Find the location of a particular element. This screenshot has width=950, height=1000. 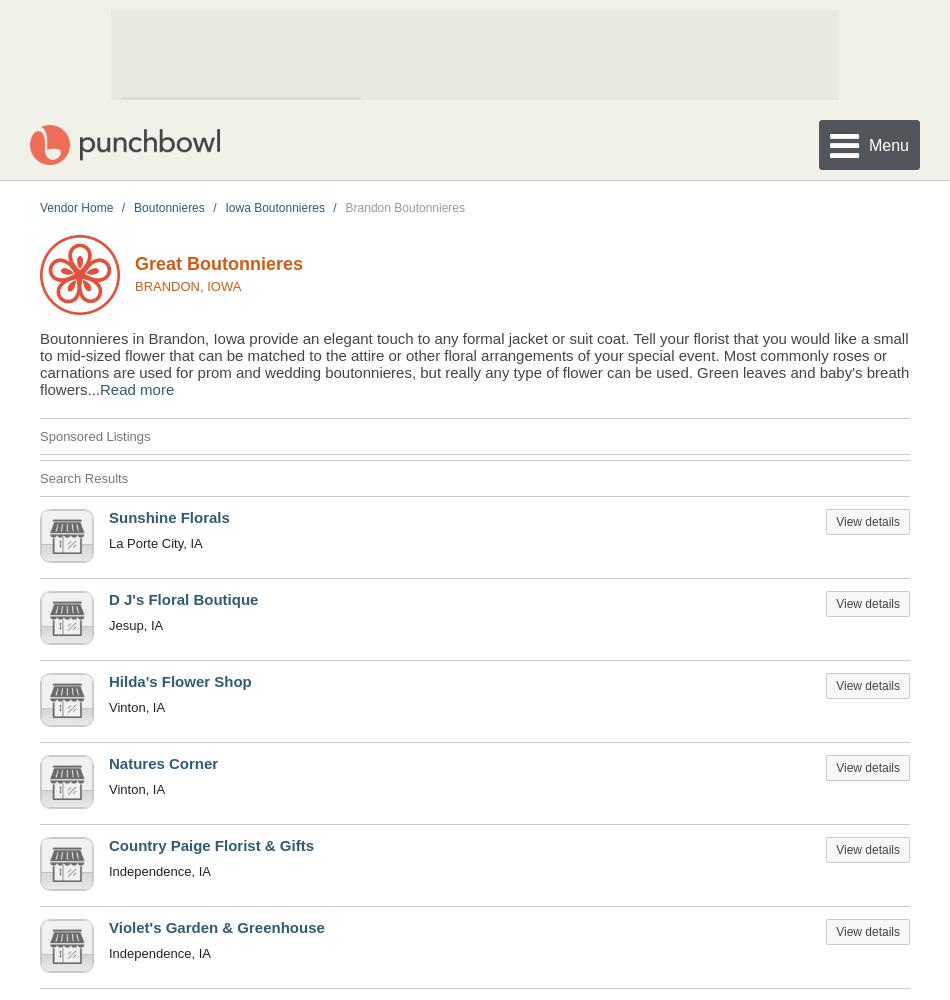

'Vendor Home' is located at coordinates (76, 206).